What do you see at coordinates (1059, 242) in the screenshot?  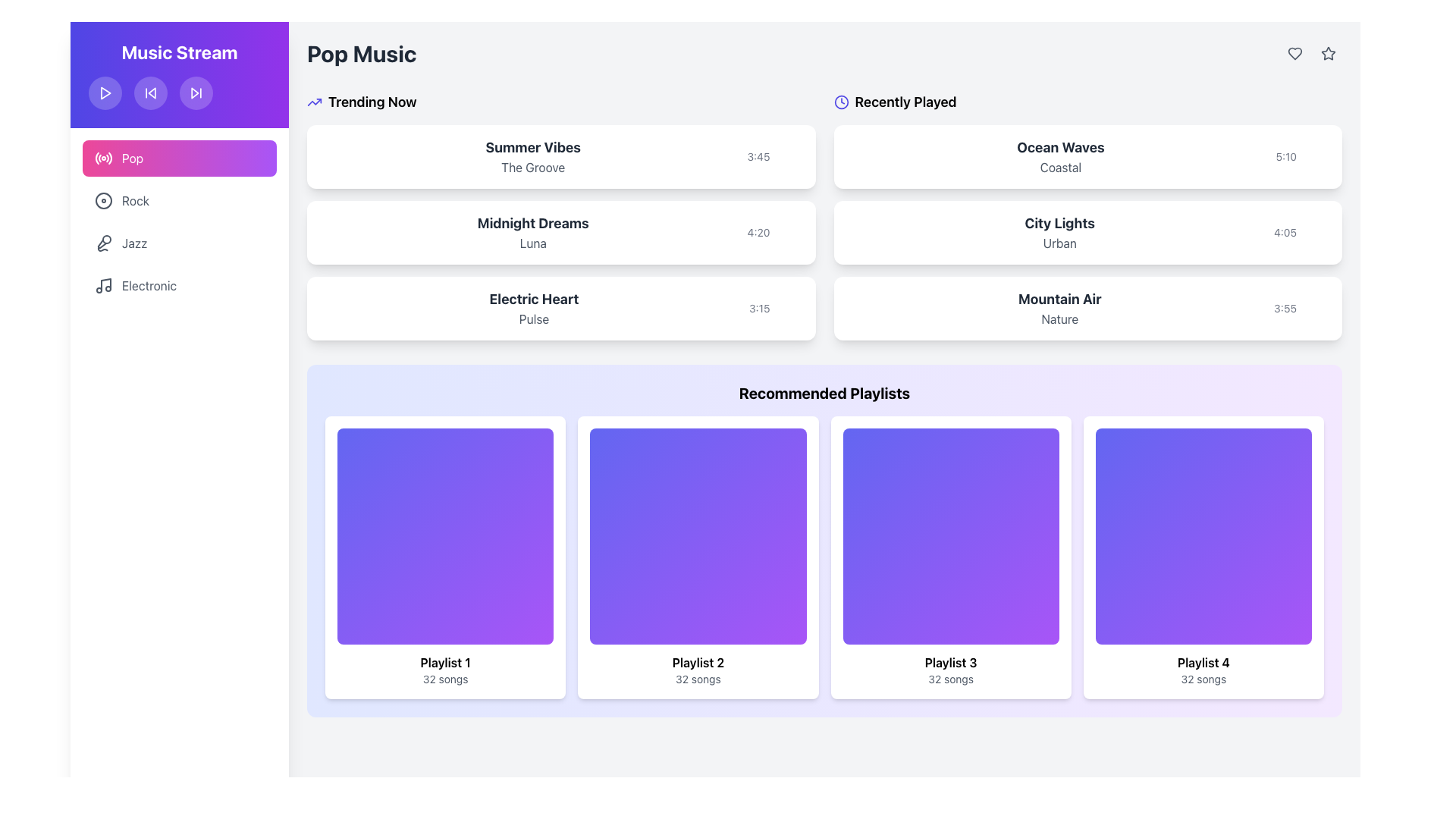 I see `the text label displaying 'Urban', which is located below 'City Lights' in the 'Recently Played' section, specifically in the third card from the top in the right column` at bounding box center [1059, 242].